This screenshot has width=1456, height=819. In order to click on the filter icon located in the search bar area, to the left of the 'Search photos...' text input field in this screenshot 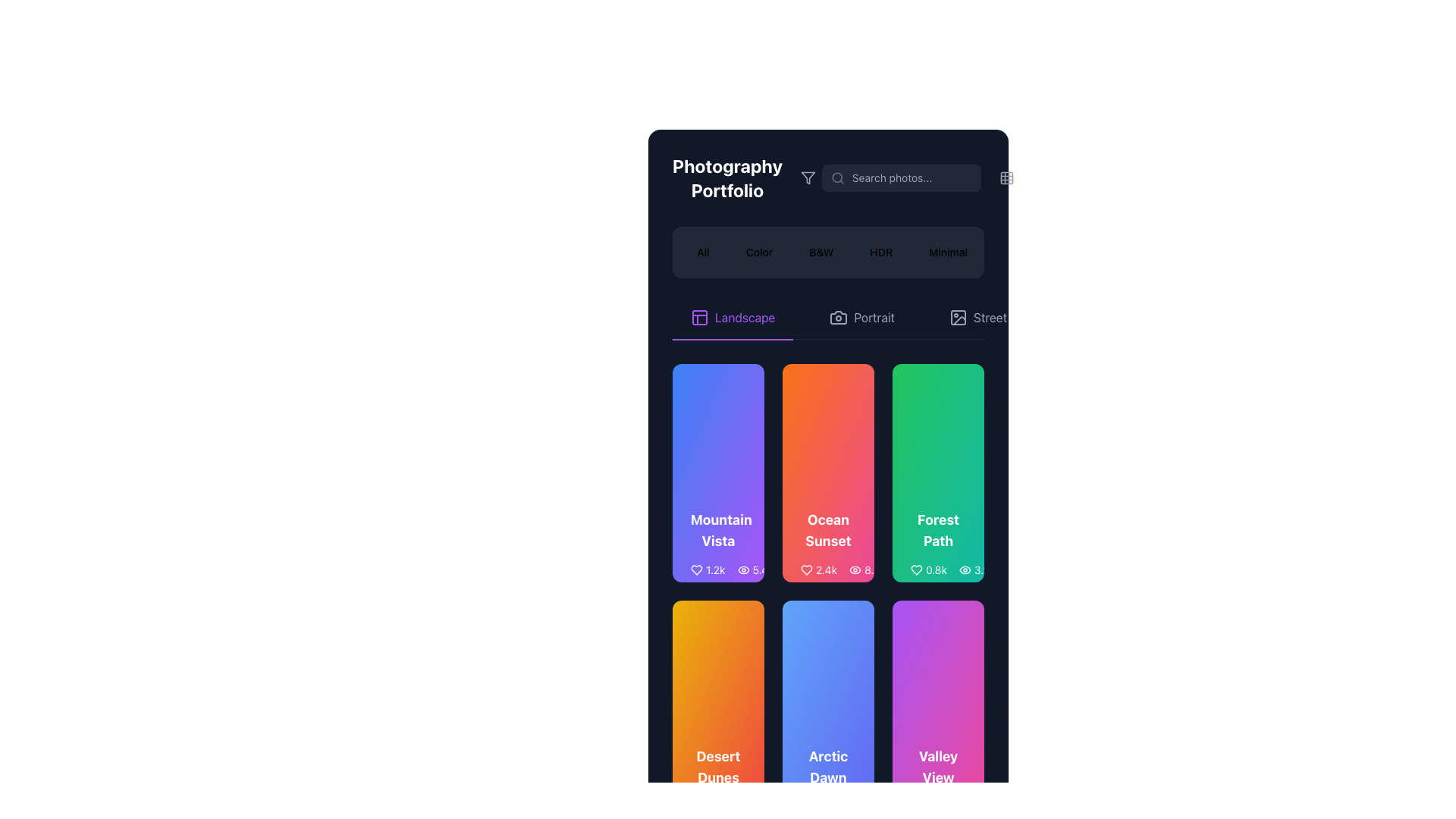, I will do `click(807, 177)`.